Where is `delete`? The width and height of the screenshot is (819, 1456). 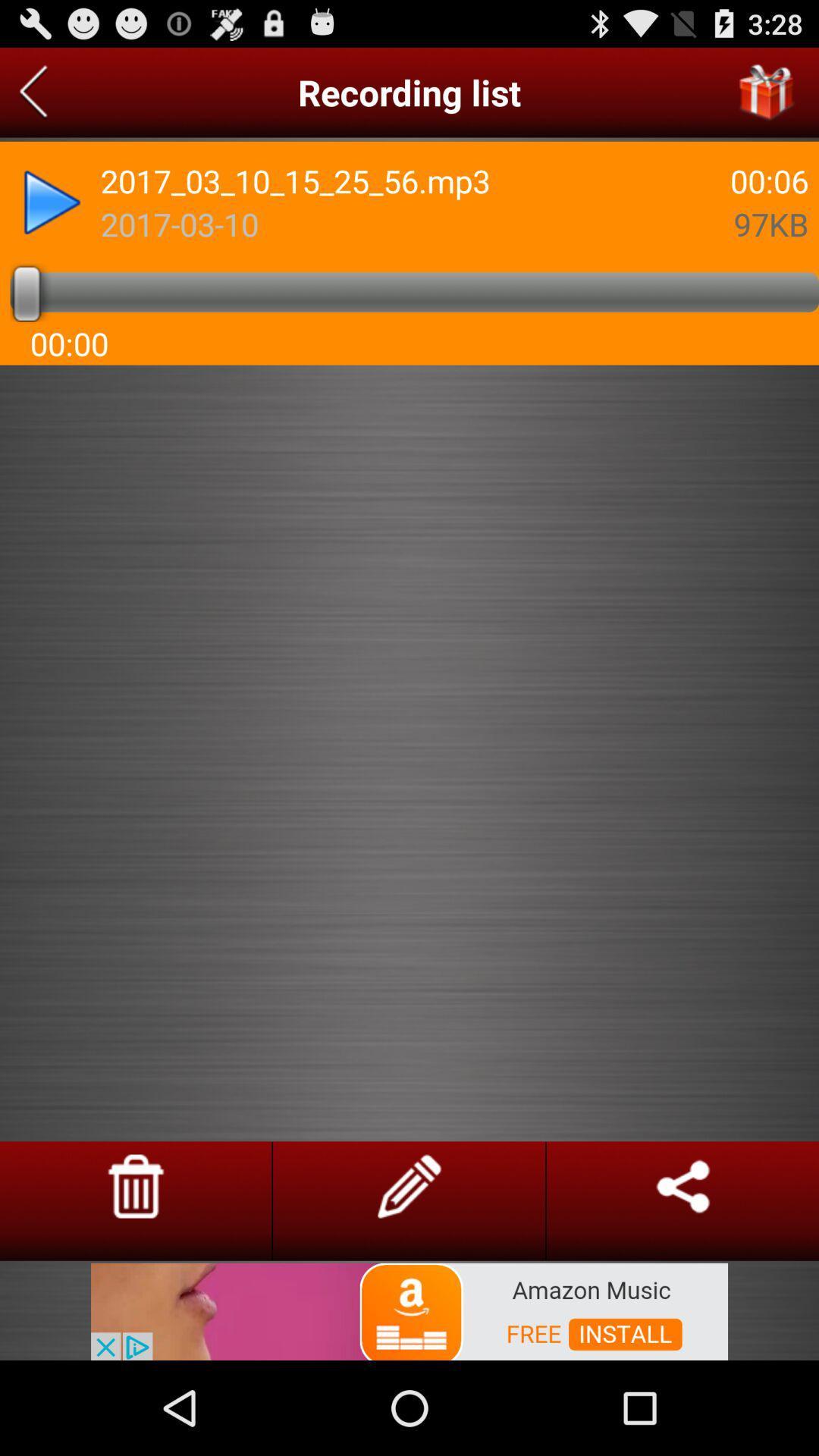
delete is located at coordinates (135, 1185).